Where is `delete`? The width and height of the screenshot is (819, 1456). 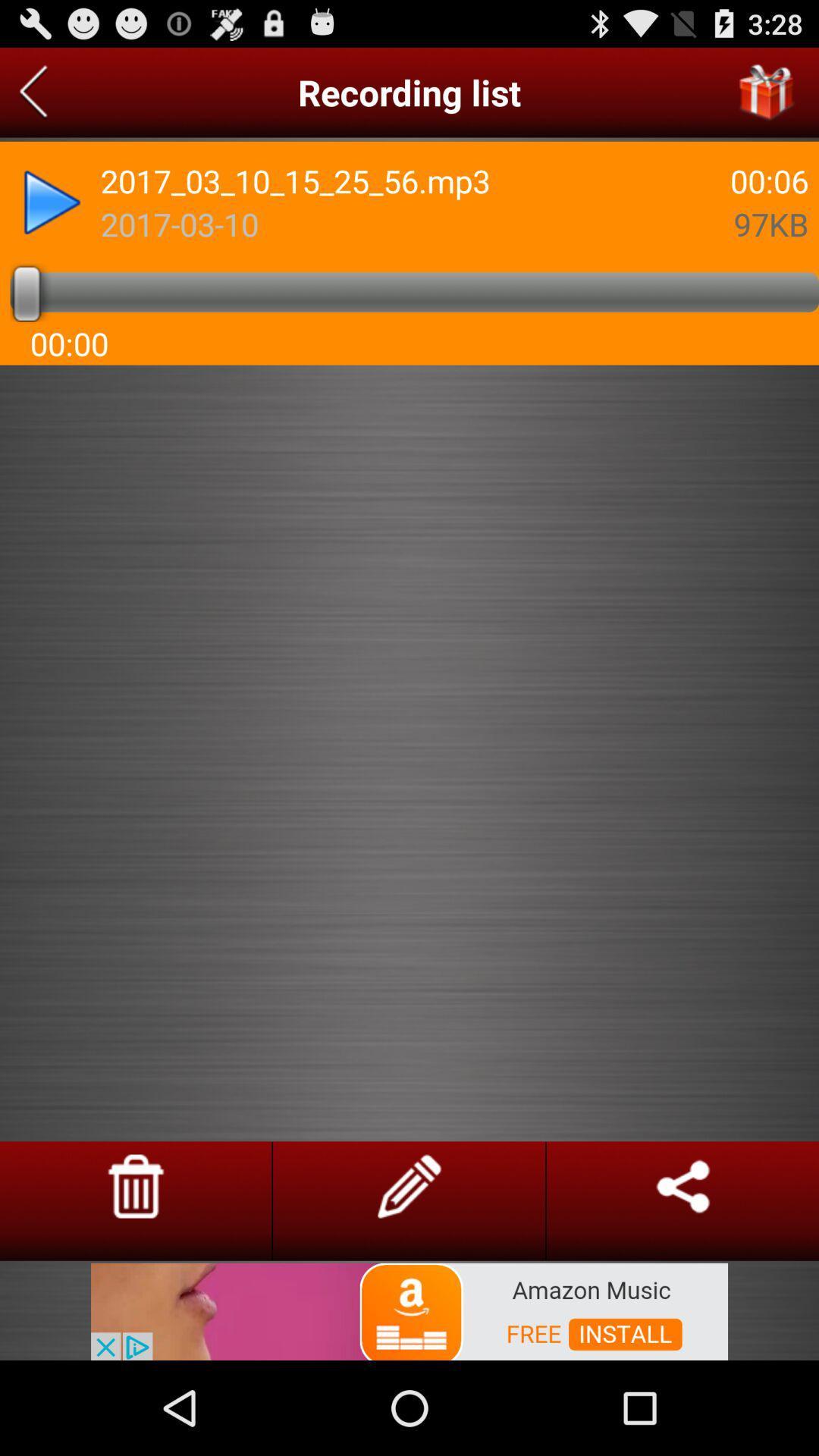
delete is located at coordinates (135, 1185).